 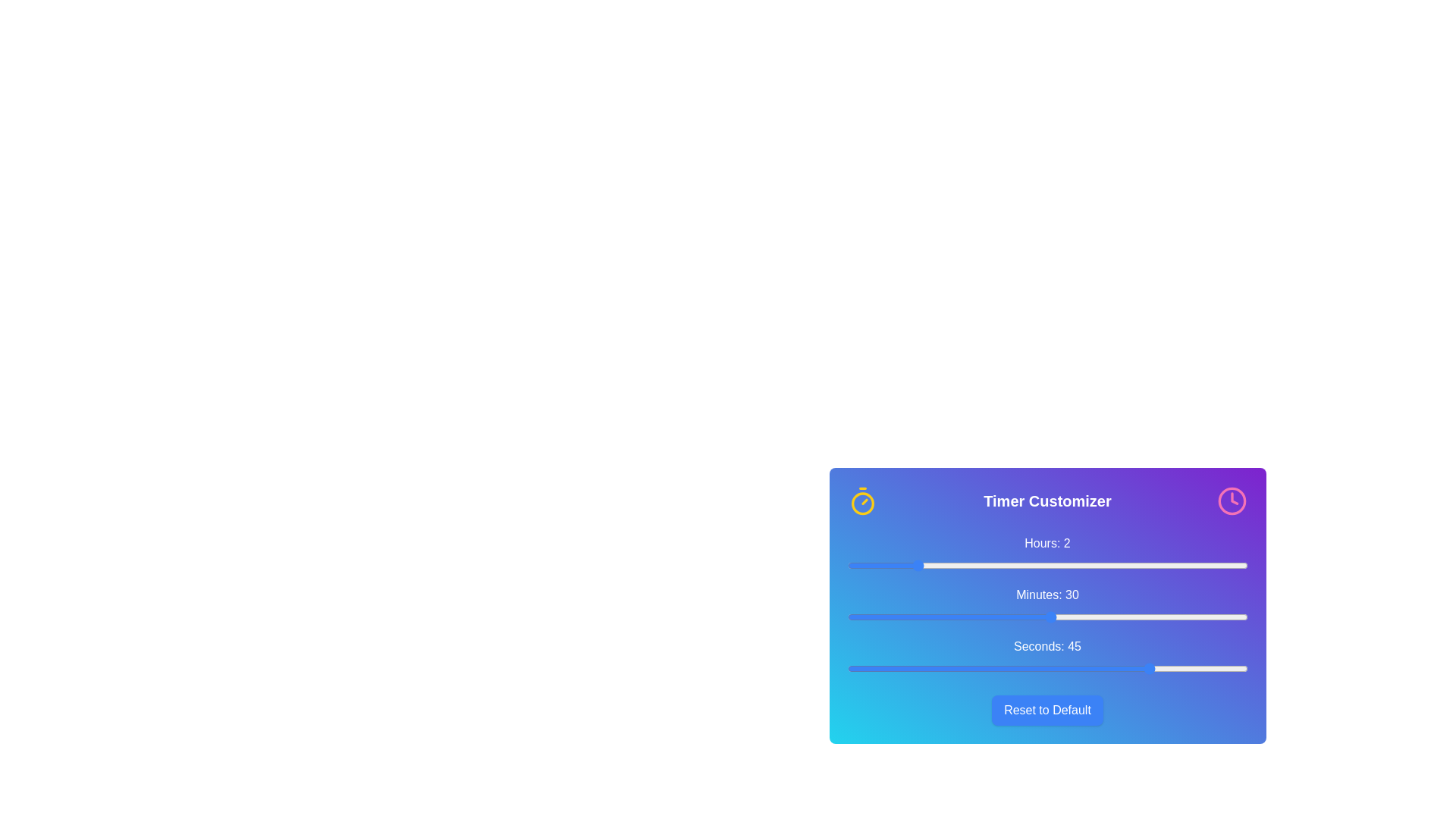 I want to click on the 'hours' slider to set the hour value to 4, so click(x=981, y=565).